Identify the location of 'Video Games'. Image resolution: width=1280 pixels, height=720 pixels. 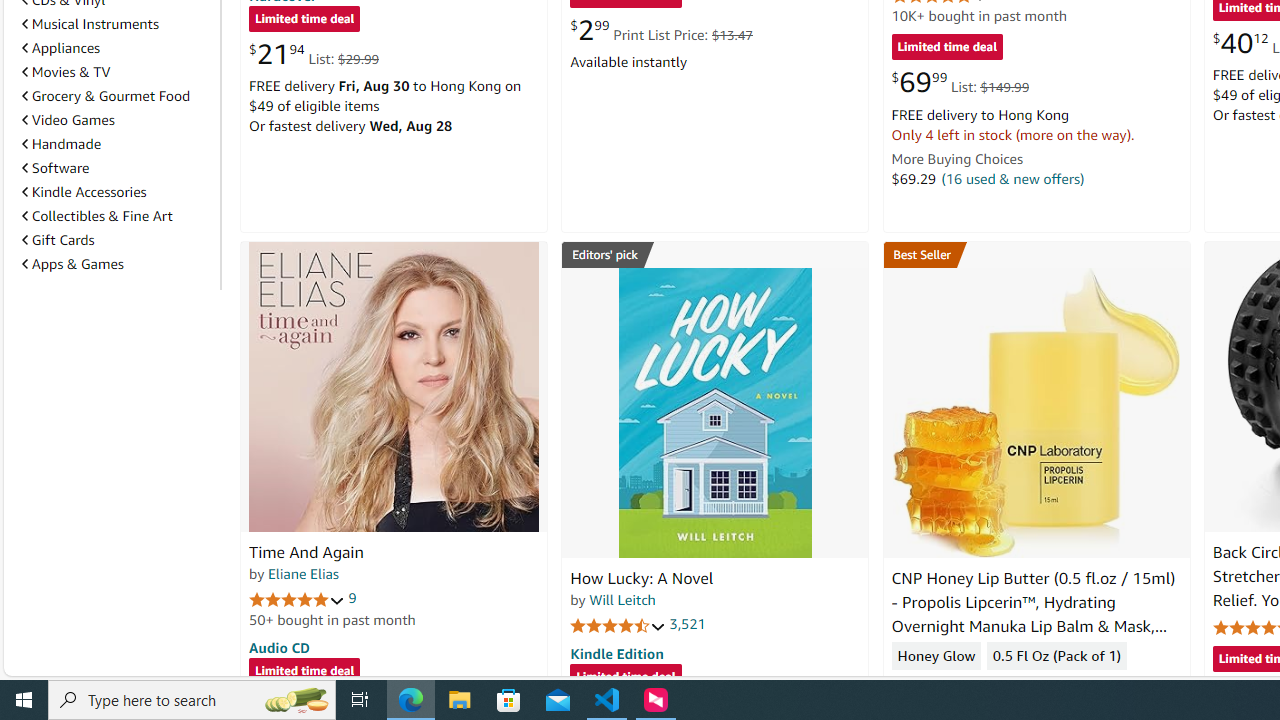
(116, 120).